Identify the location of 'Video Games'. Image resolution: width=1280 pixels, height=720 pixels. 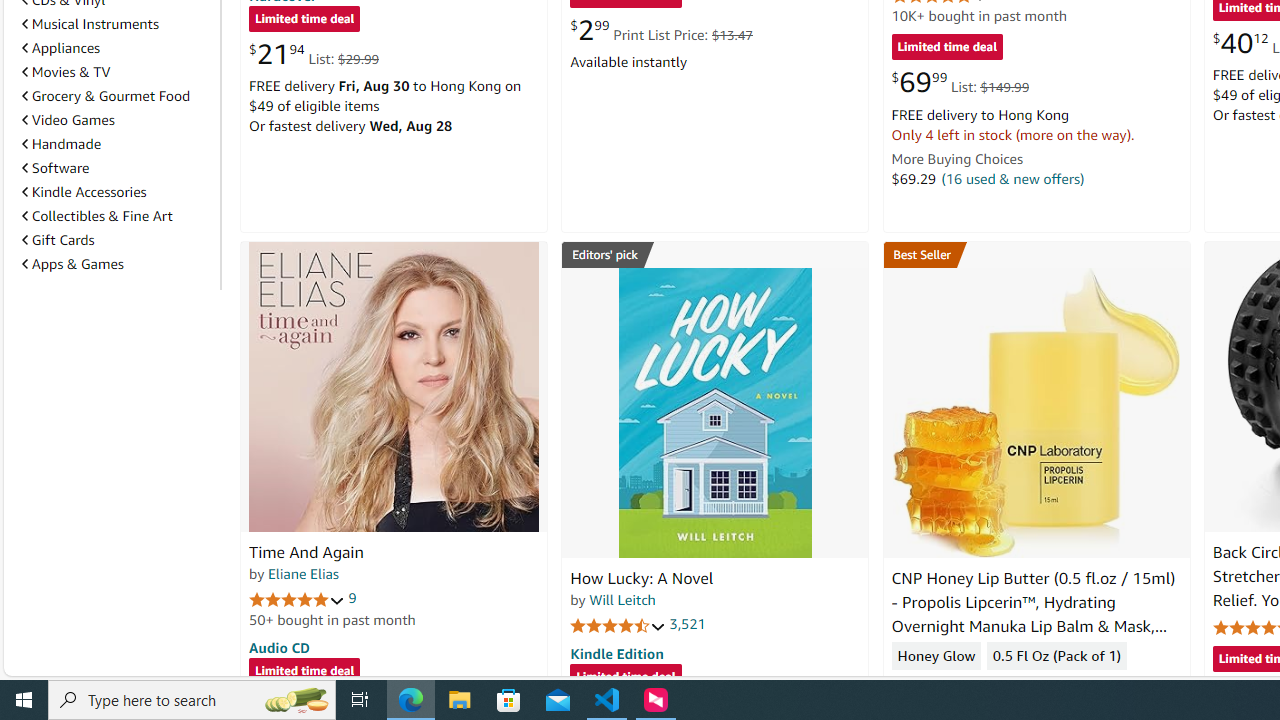
(116, 120).